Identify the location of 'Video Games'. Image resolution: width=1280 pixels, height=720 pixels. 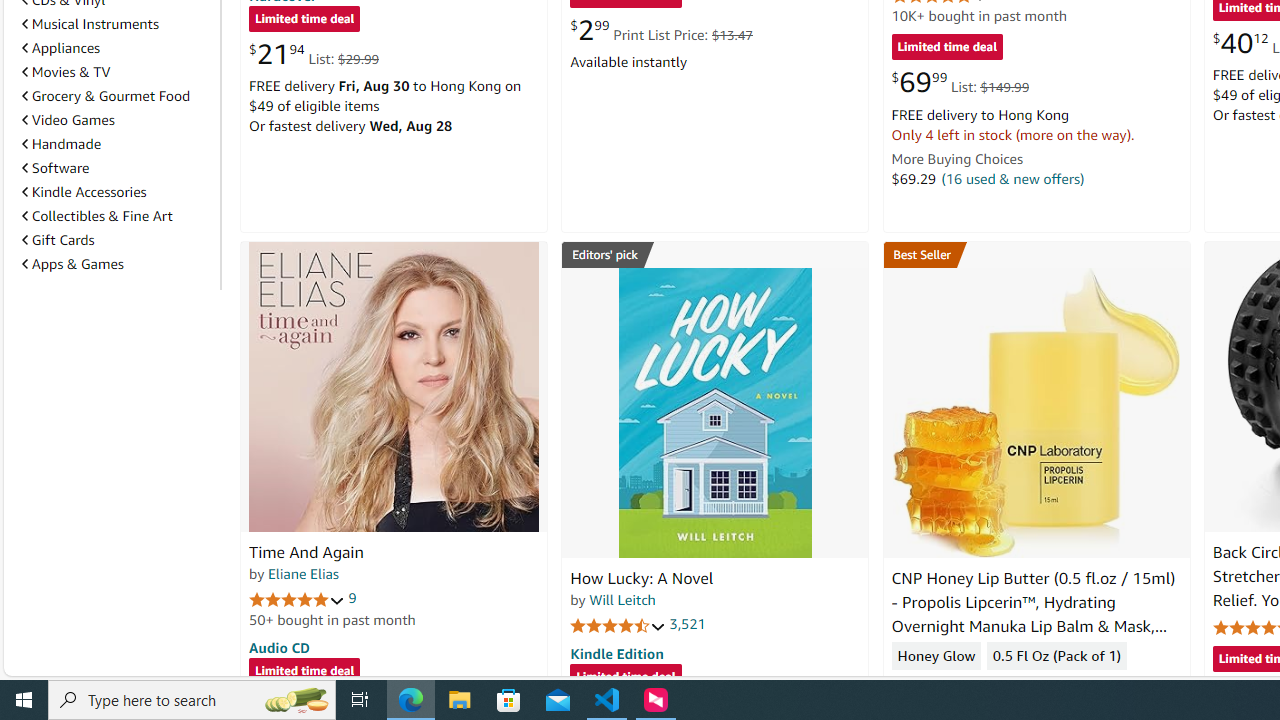
(116, 120).